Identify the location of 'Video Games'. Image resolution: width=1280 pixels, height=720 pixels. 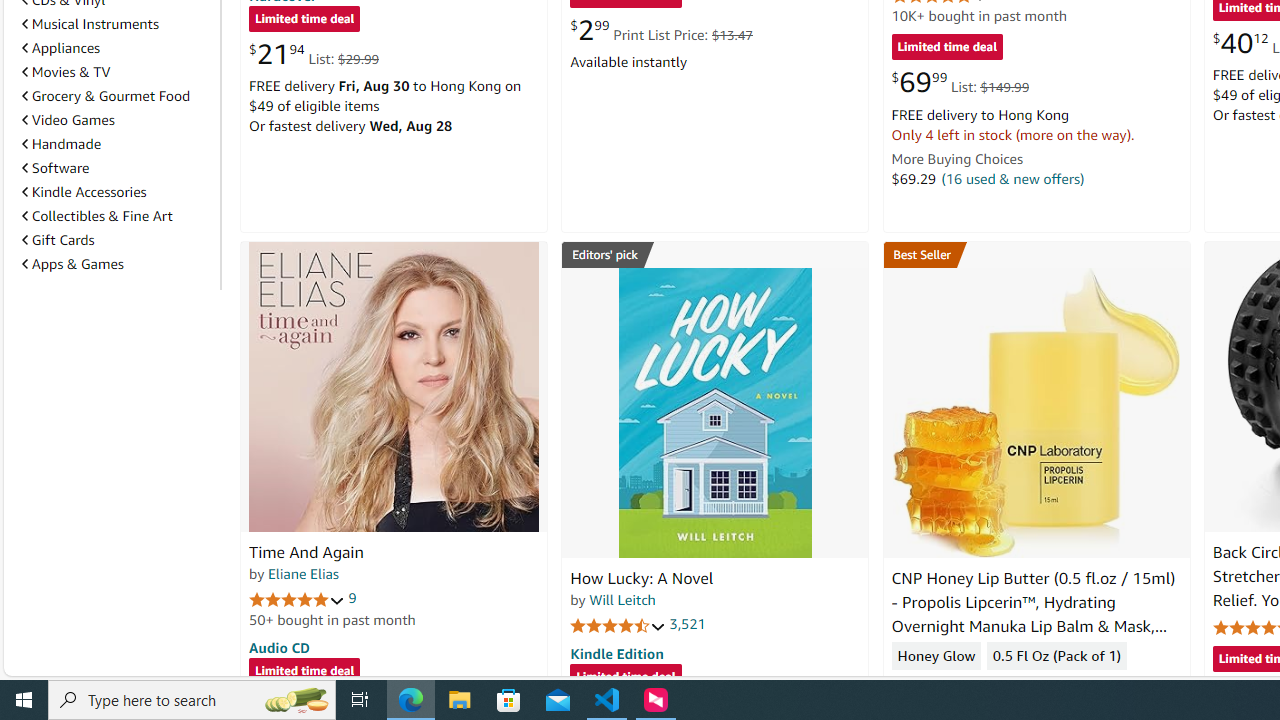
(116, 120).